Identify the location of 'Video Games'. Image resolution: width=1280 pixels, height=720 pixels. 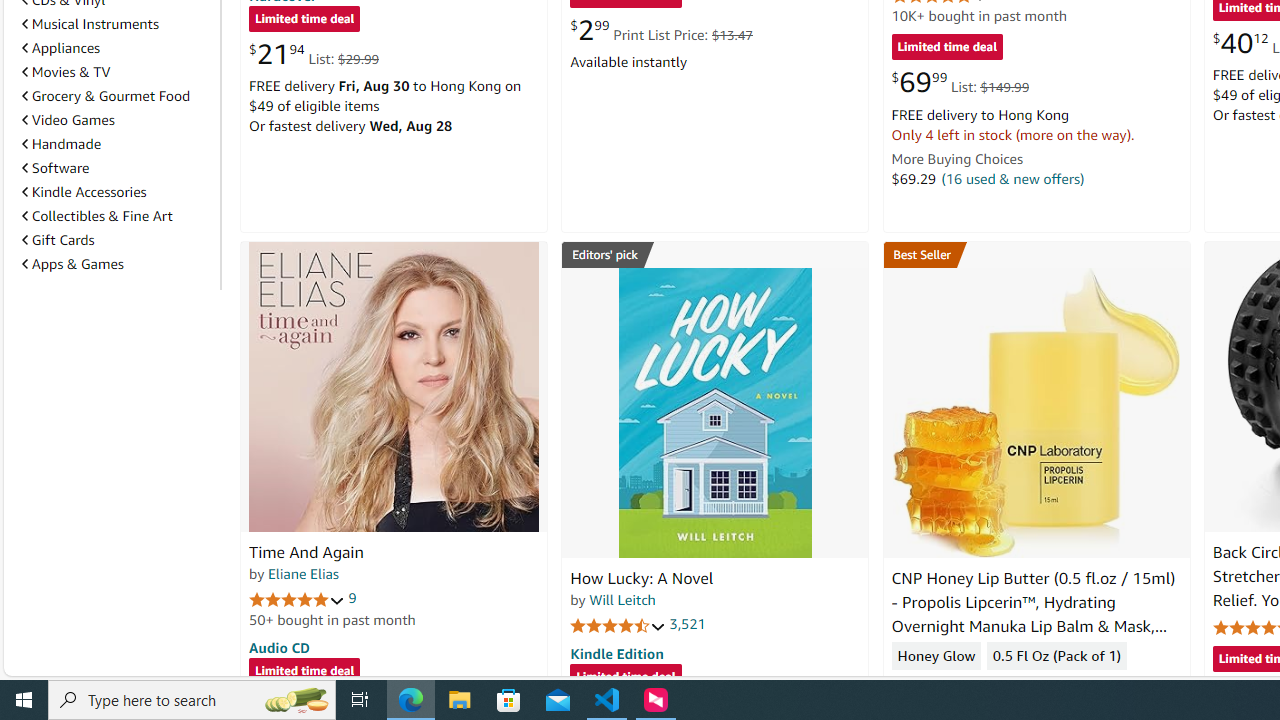
(116, 120).